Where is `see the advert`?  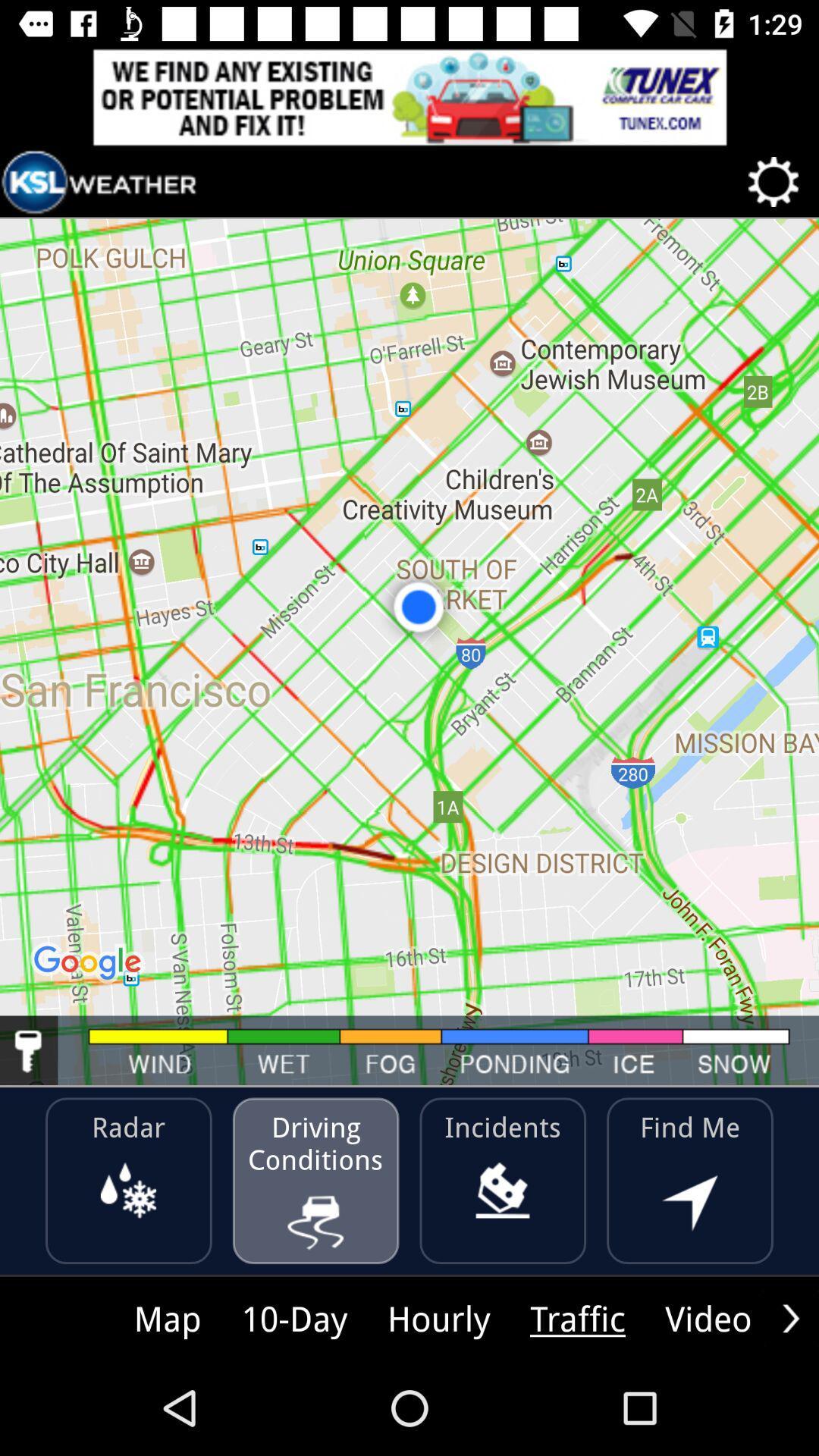
see the advert is located at coordinates (409, 96).